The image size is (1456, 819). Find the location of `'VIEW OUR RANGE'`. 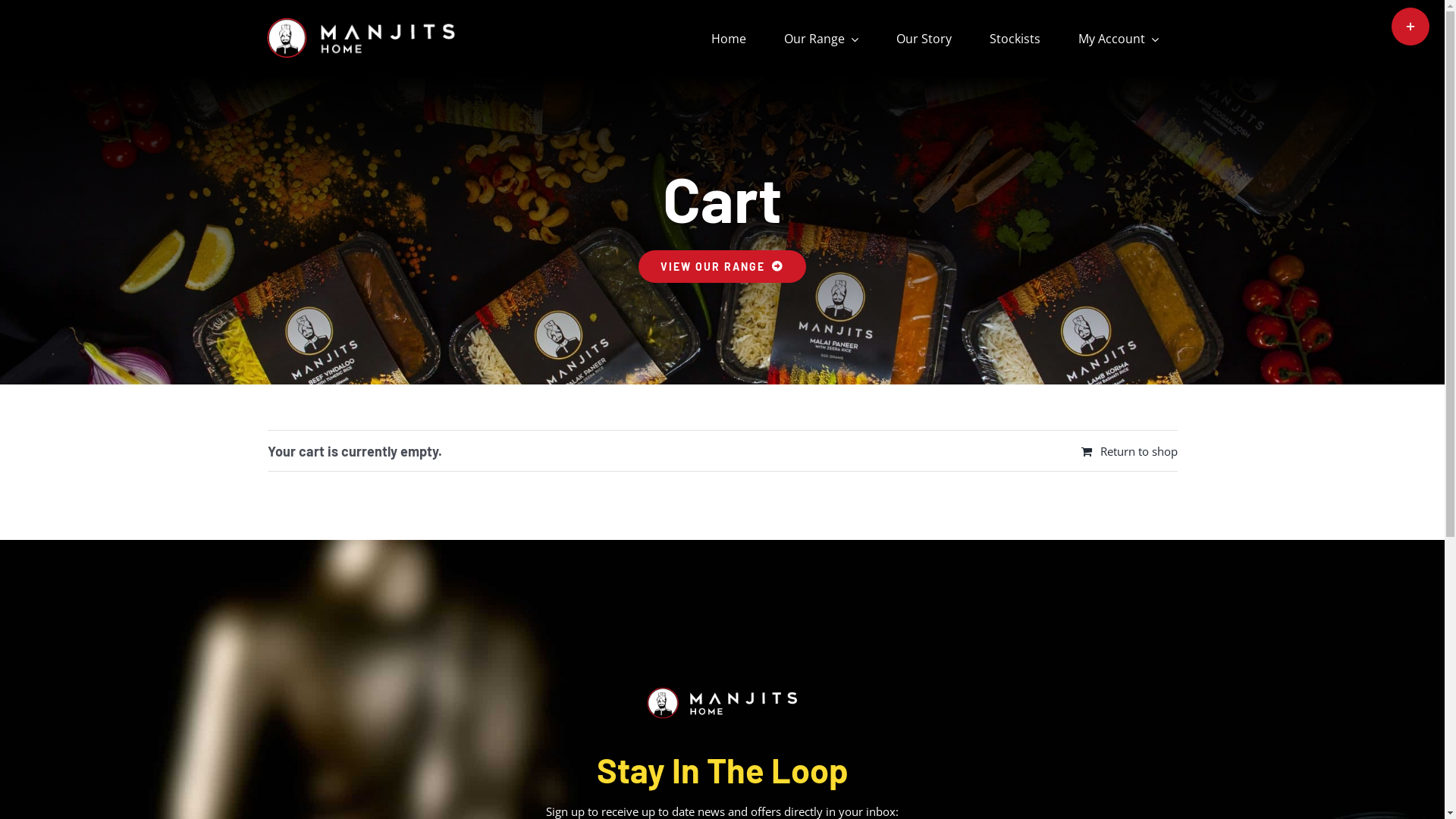

'VIEW OUR RANGE' is located at coordinates (638, 265).